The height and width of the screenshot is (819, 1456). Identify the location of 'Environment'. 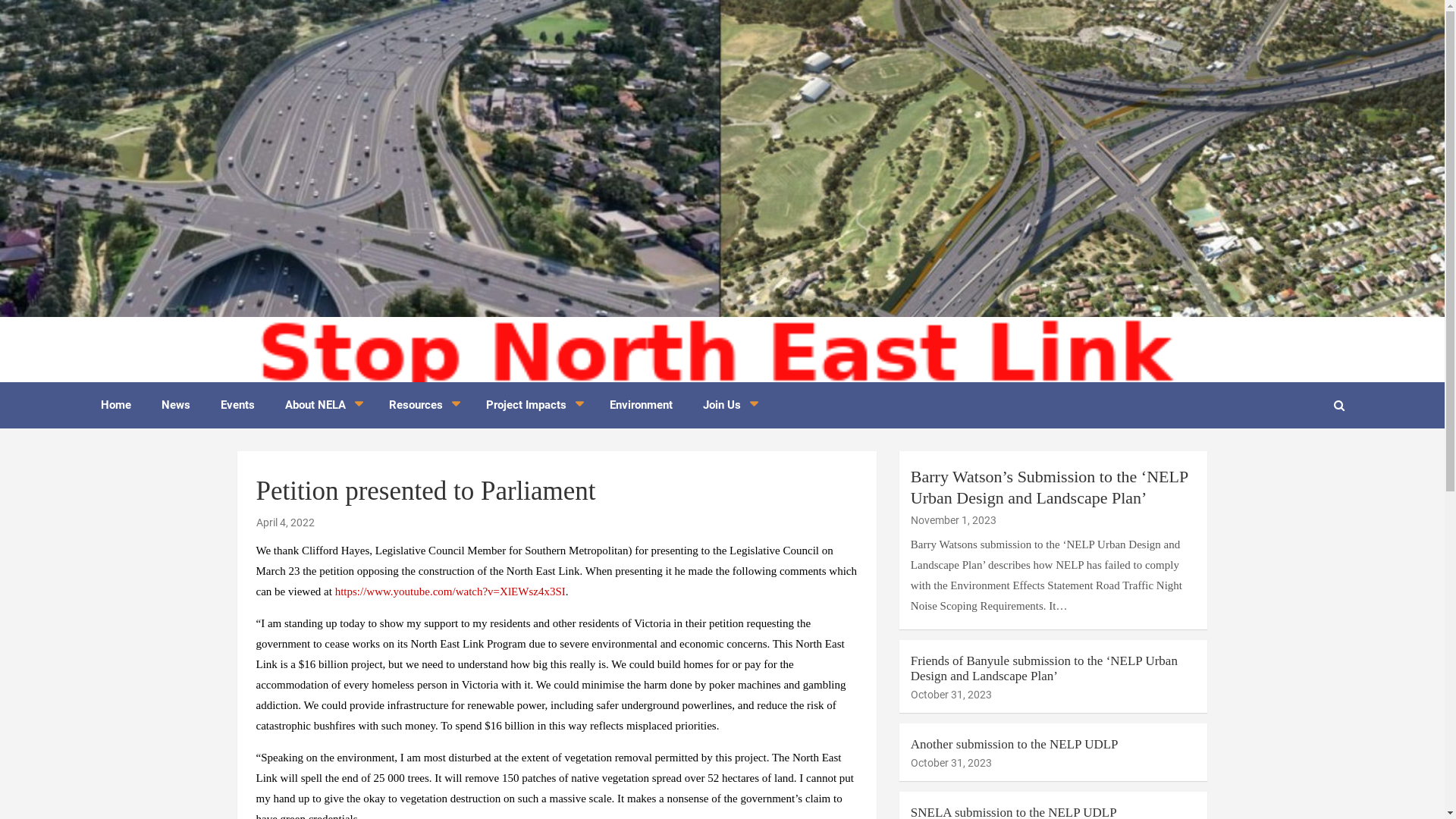
(641, 404).